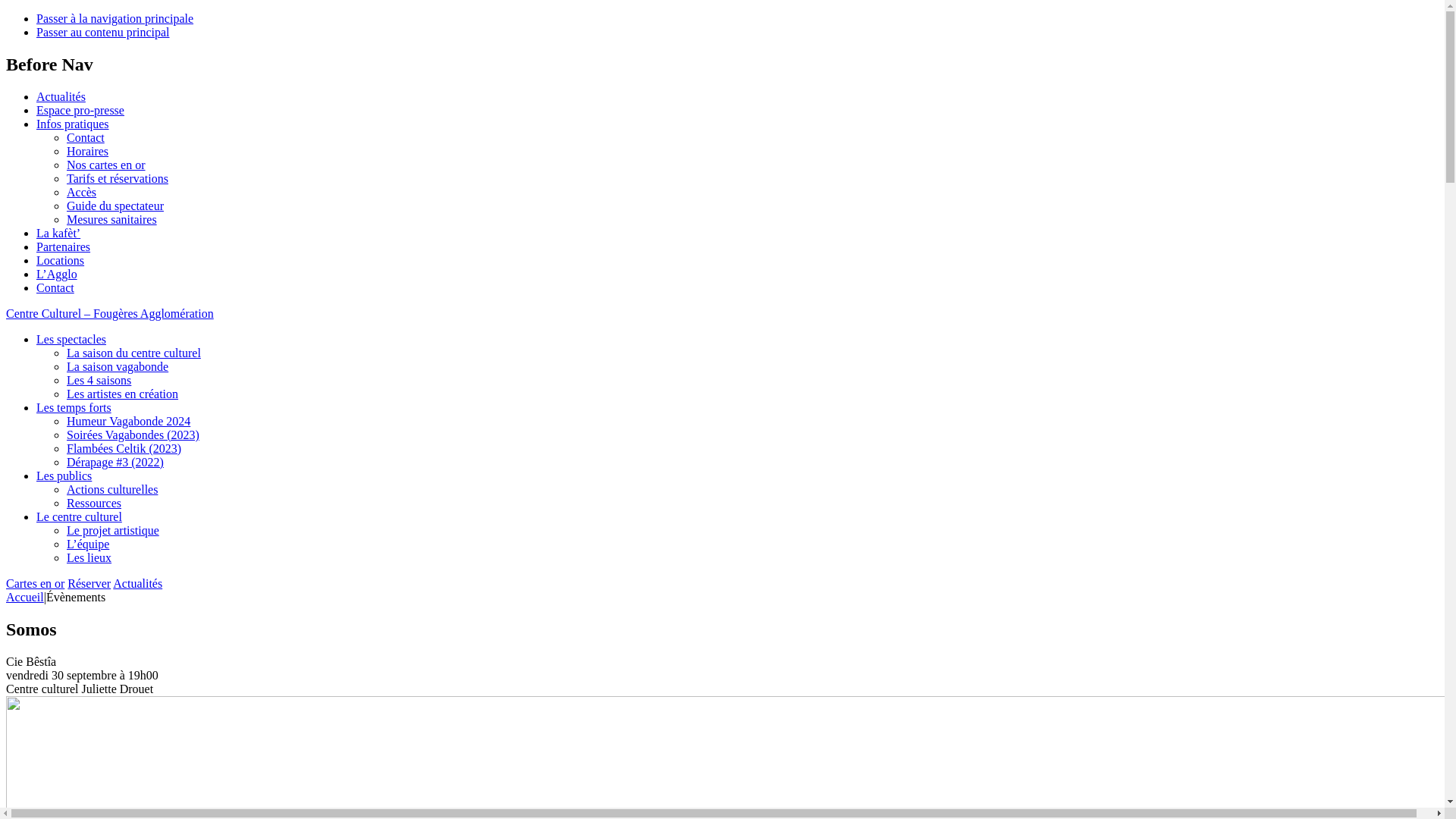  Describe the element at coordinates (102, 32) in the screenshot. I see `'Passer au contenu principal'` at that location.